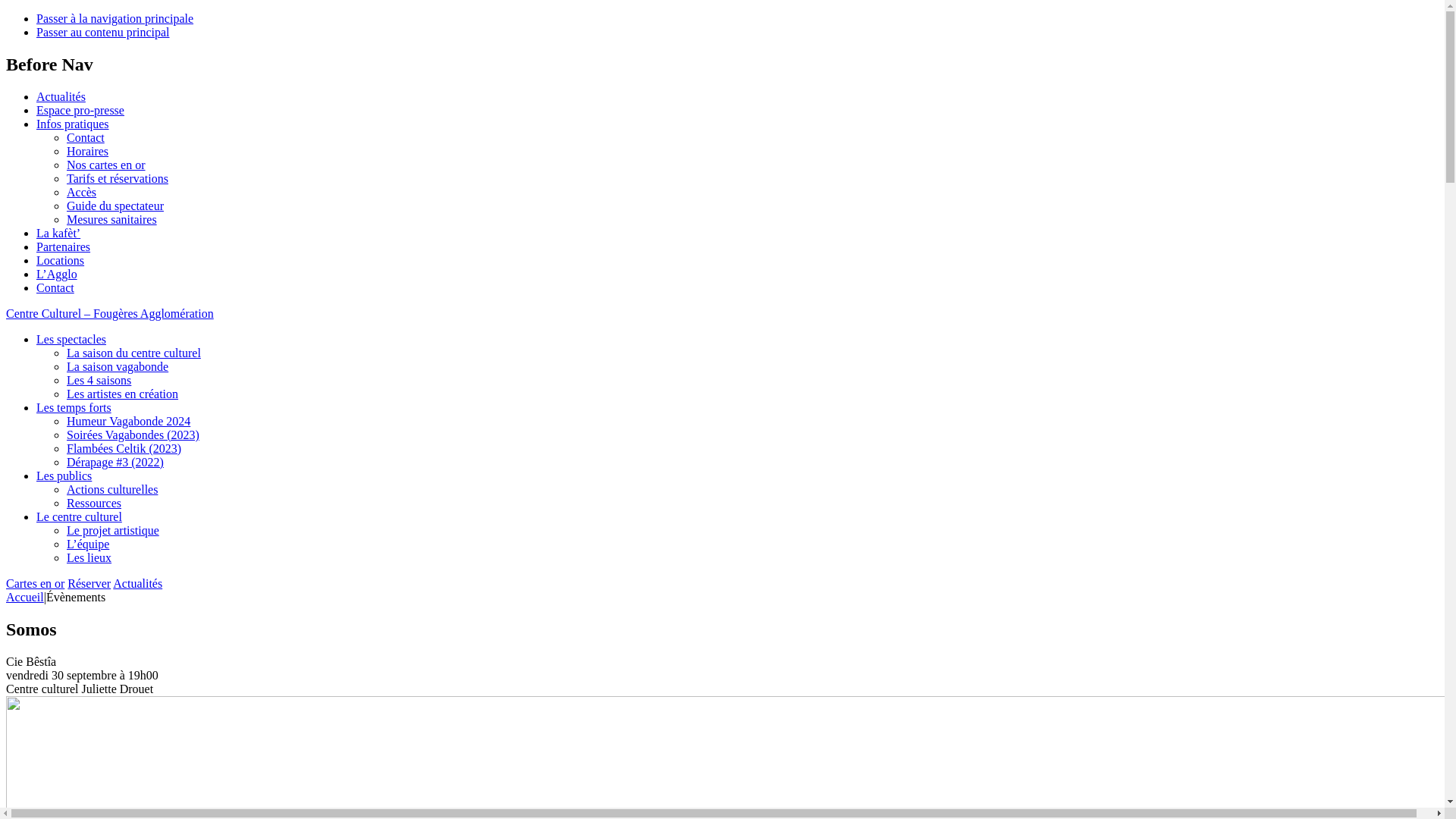  Describe the element at coordinates (102, 32) in the screenshot. I see `'Passer au contenu principal'` at that location.